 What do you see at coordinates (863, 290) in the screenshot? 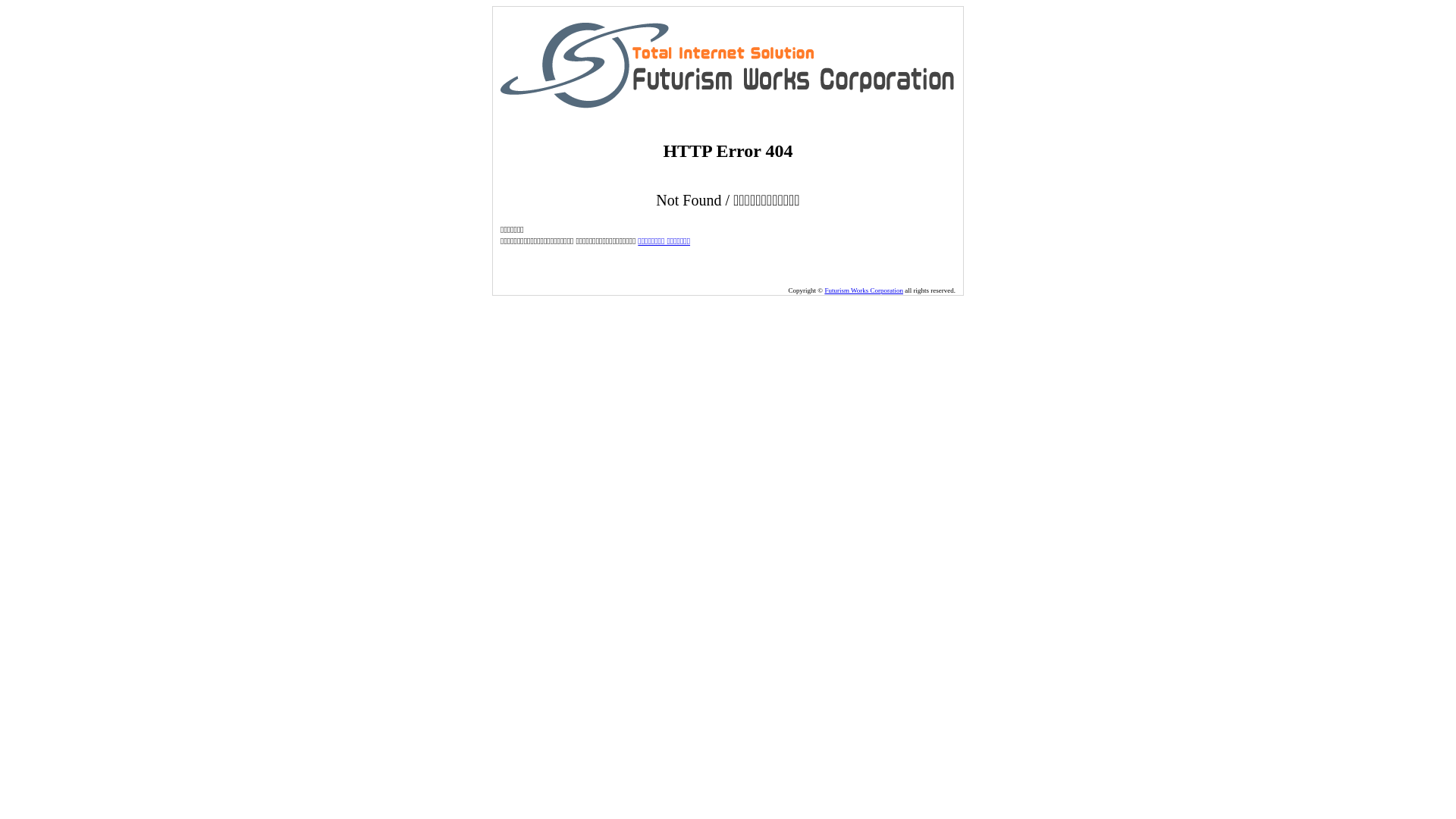
I see `'Futurism Works Corporation'` at bounding box center [863, 290].